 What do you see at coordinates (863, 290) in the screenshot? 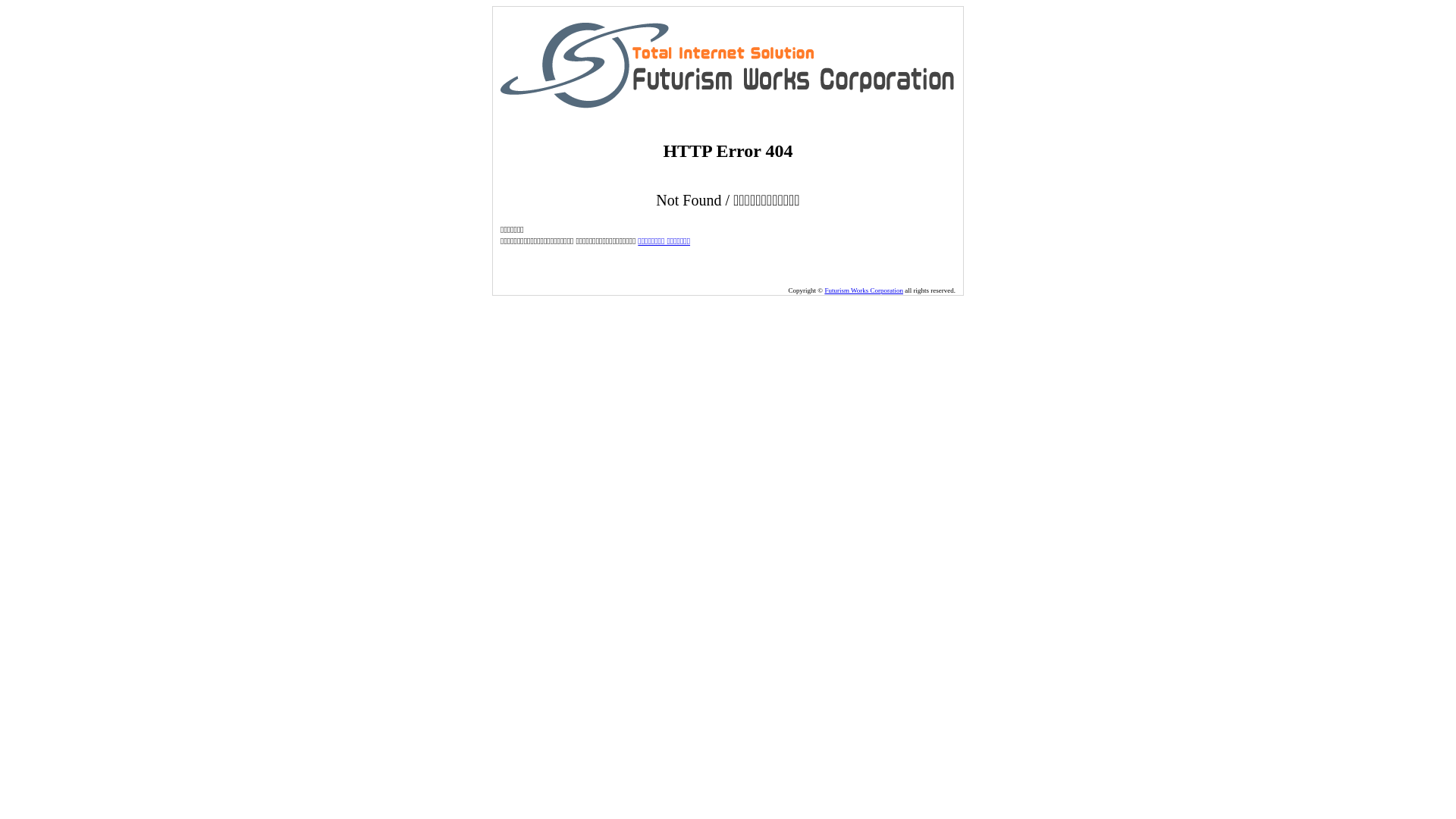
I see `'Futurism Works Corporation'` at bounding box center [863, 290].